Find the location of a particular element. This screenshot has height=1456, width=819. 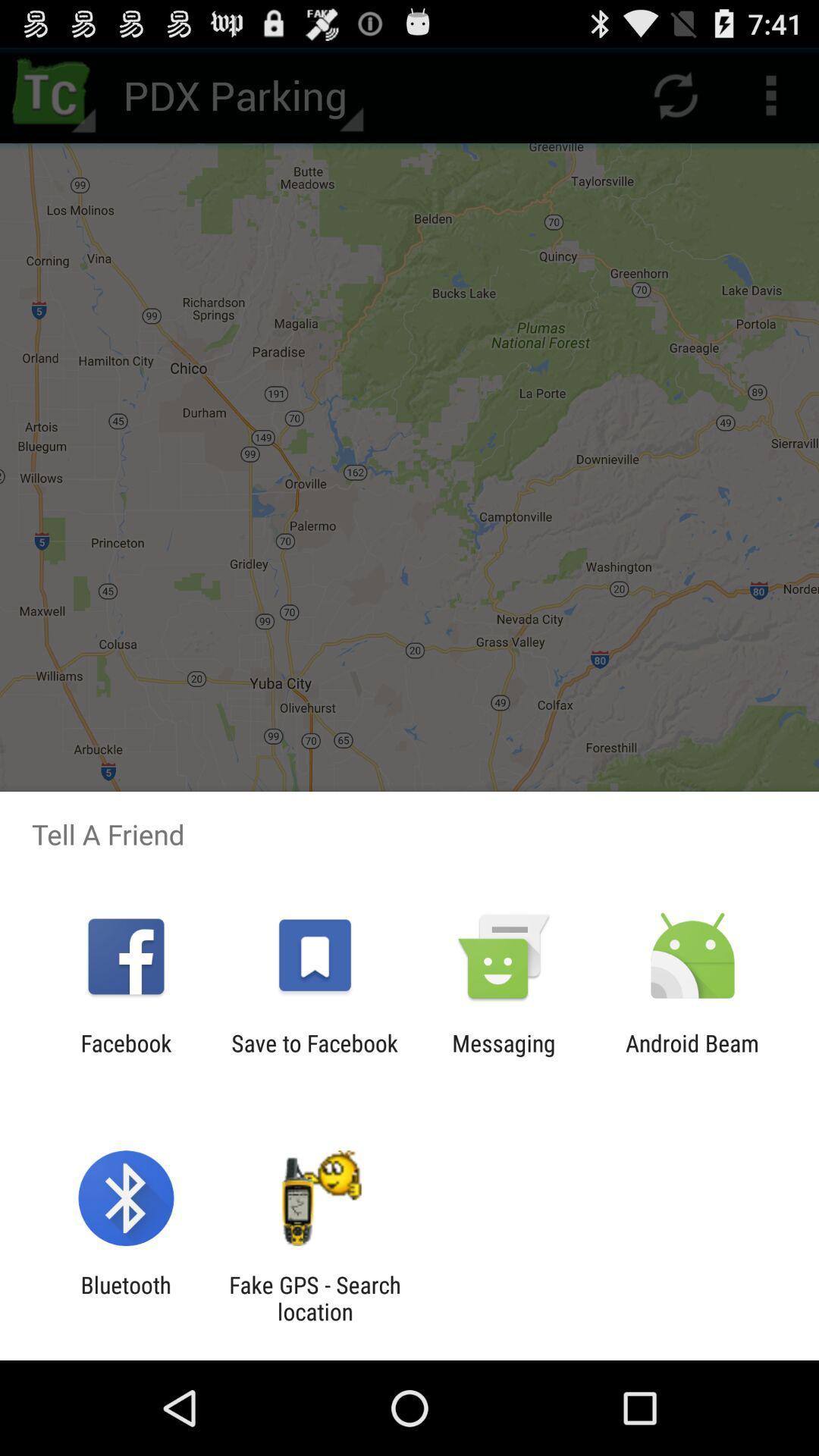

android beam item is located at coordinates (692, 1056).